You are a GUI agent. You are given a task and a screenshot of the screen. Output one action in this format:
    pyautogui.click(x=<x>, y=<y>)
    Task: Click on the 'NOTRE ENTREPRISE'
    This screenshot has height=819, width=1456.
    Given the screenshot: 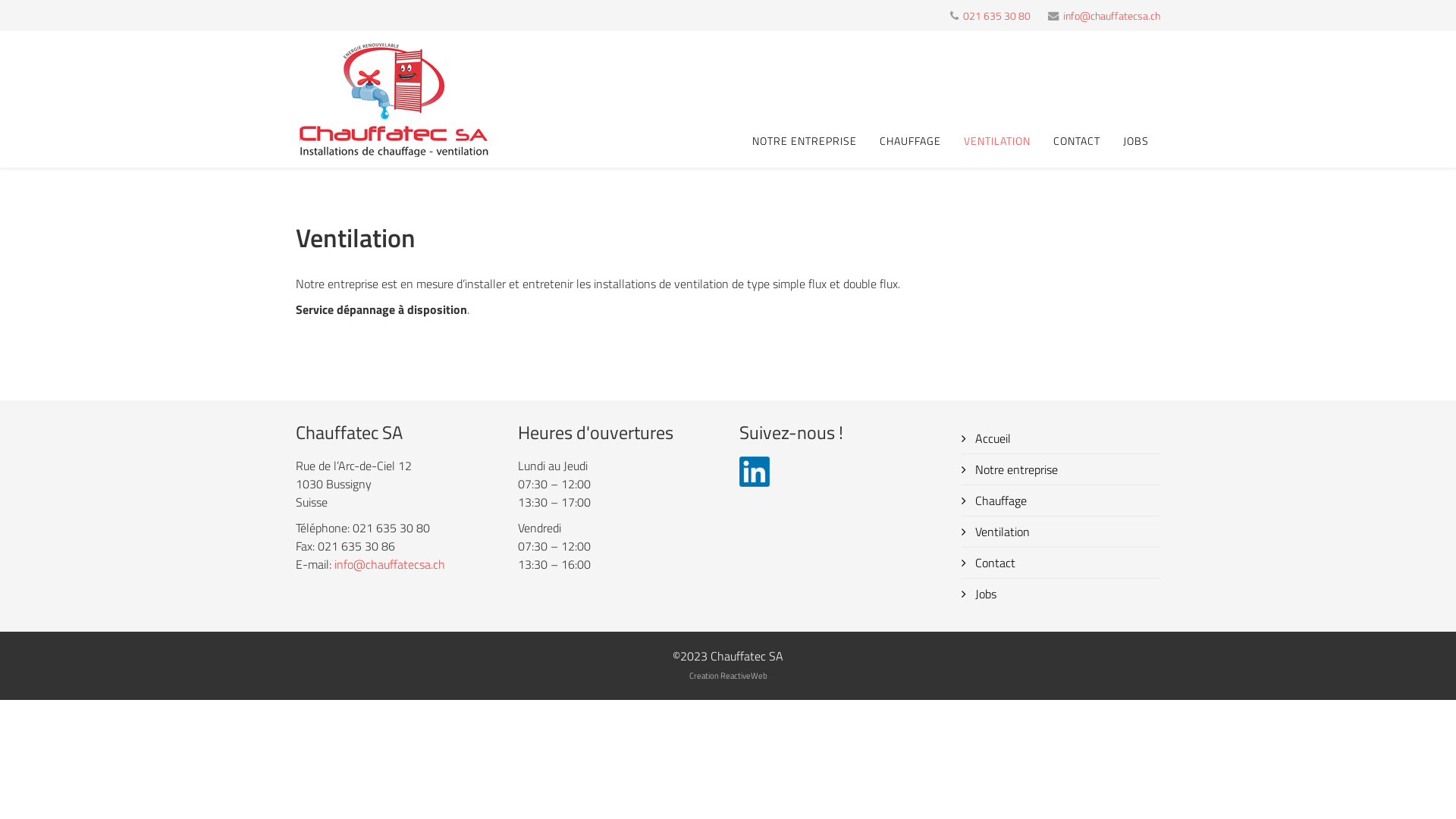 What is the action you would take?
    pyautogui.click(x=803, y=140)
    